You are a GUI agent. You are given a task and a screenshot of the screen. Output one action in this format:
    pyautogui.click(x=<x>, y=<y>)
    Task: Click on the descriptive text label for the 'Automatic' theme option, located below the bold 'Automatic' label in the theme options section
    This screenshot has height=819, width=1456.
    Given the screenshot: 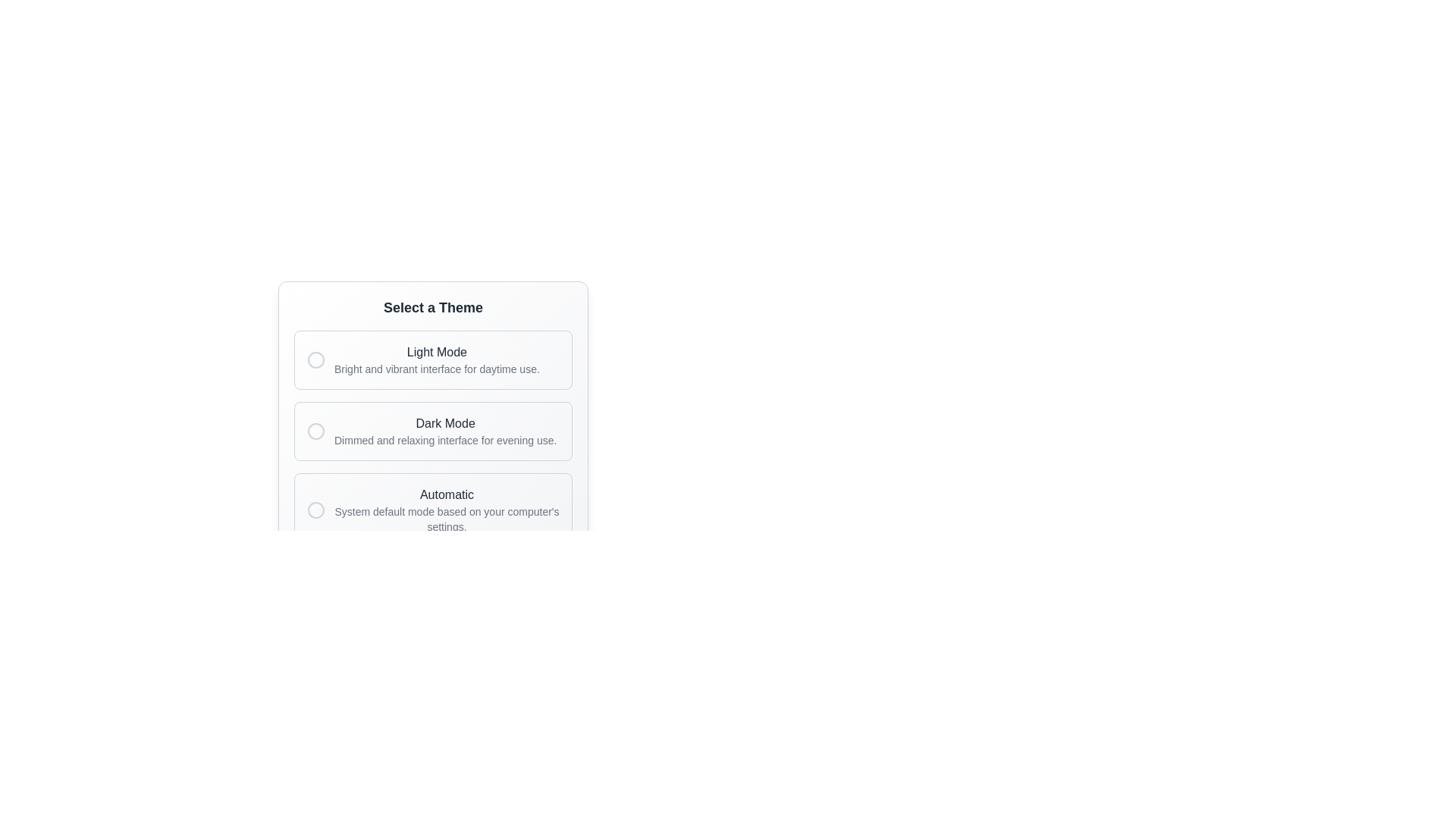 What is the action you would take?
    pyautogui.click(x=446, y=519)
    